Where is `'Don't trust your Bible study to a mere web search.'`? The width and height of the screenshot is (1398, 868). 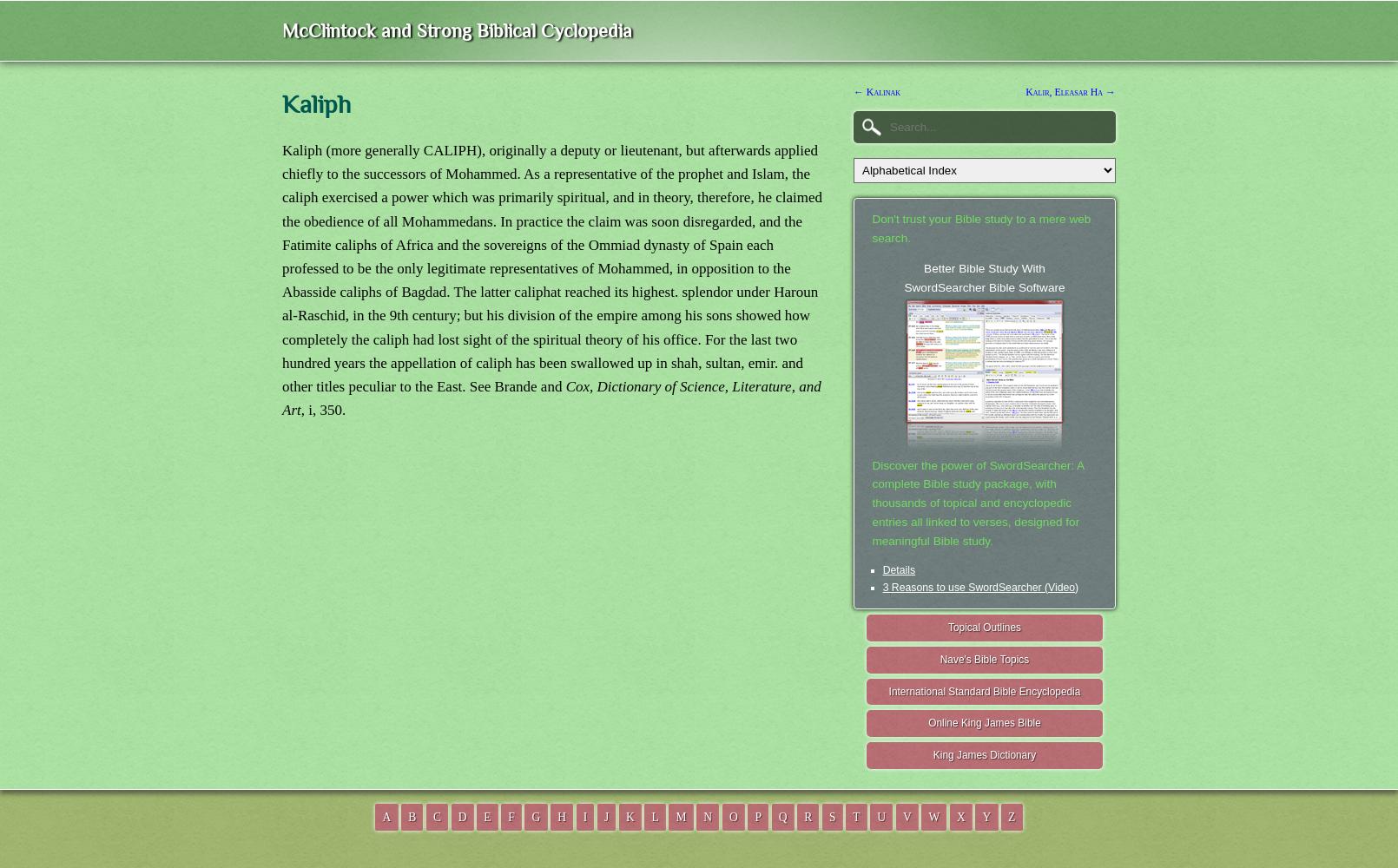
'Don't trust your Bible study to a mere web search.' is located at coordinates (980, 228).